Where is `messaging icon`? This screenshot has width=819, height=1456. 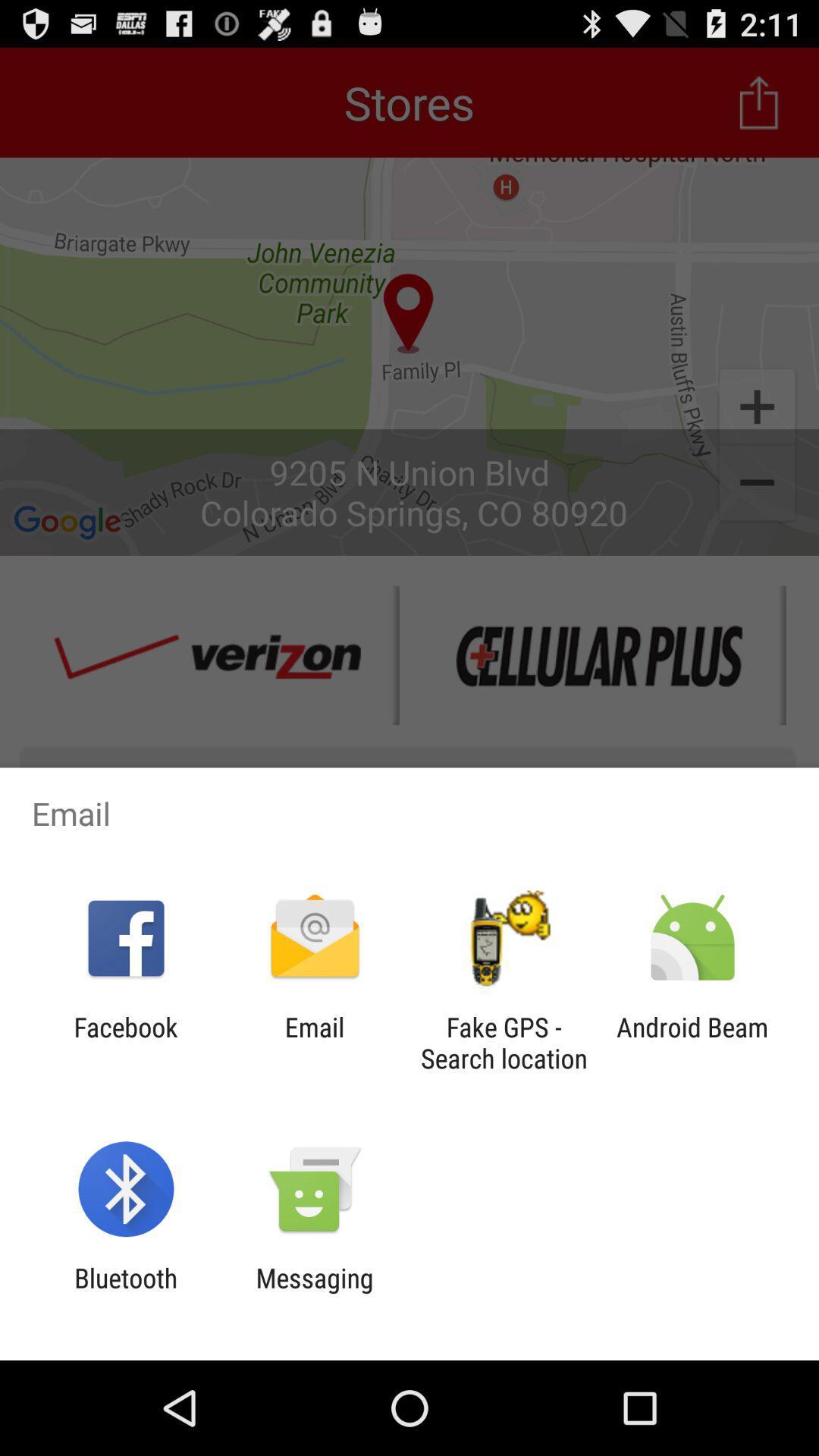
messaging icon is located at coordinates (314, 1293).